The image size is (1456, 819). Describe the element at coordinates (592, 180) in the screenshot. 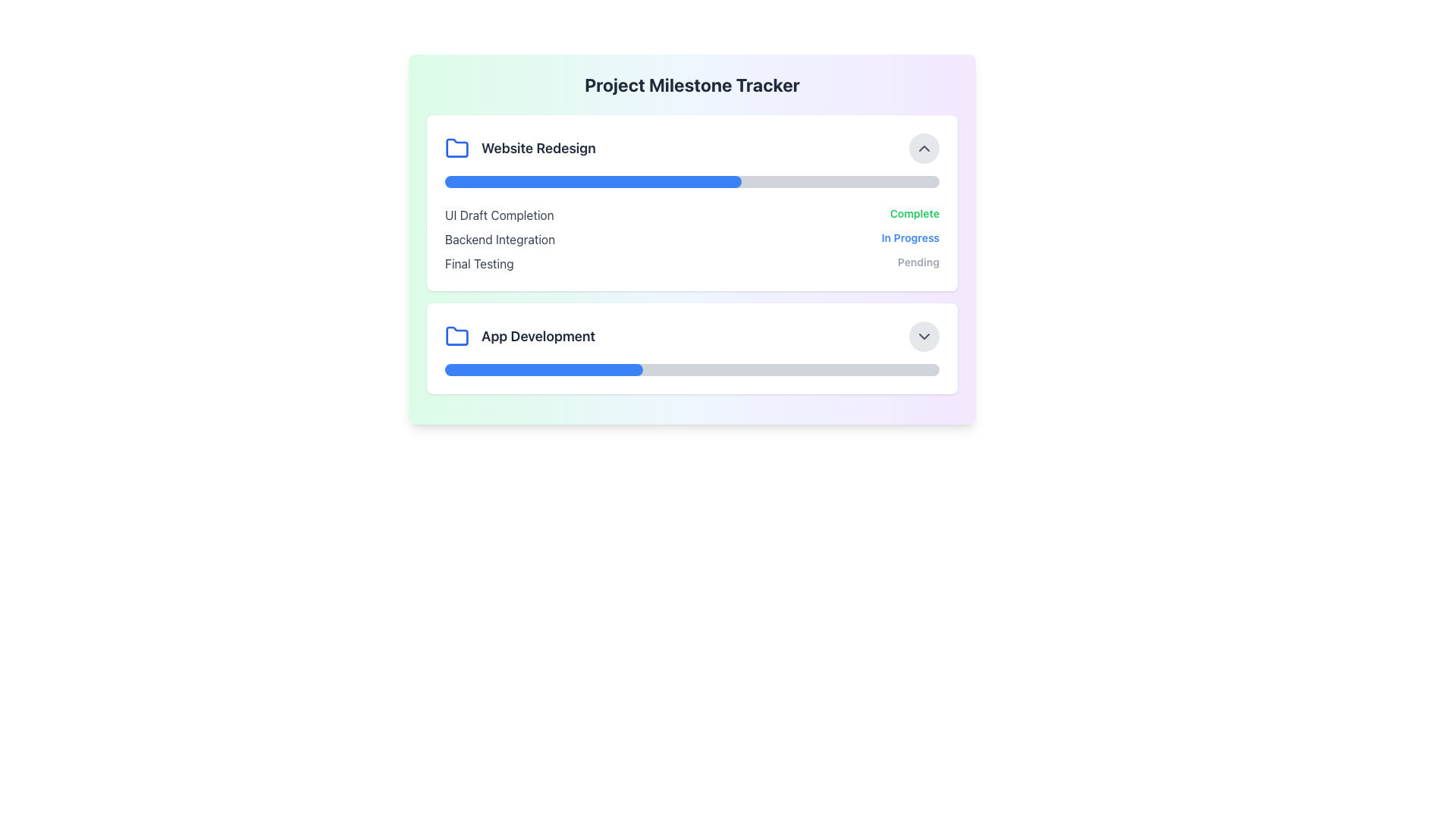

I see `the filled portion of the progress bar indicating 60% completion under the 'Website Redesign' section` at that location.